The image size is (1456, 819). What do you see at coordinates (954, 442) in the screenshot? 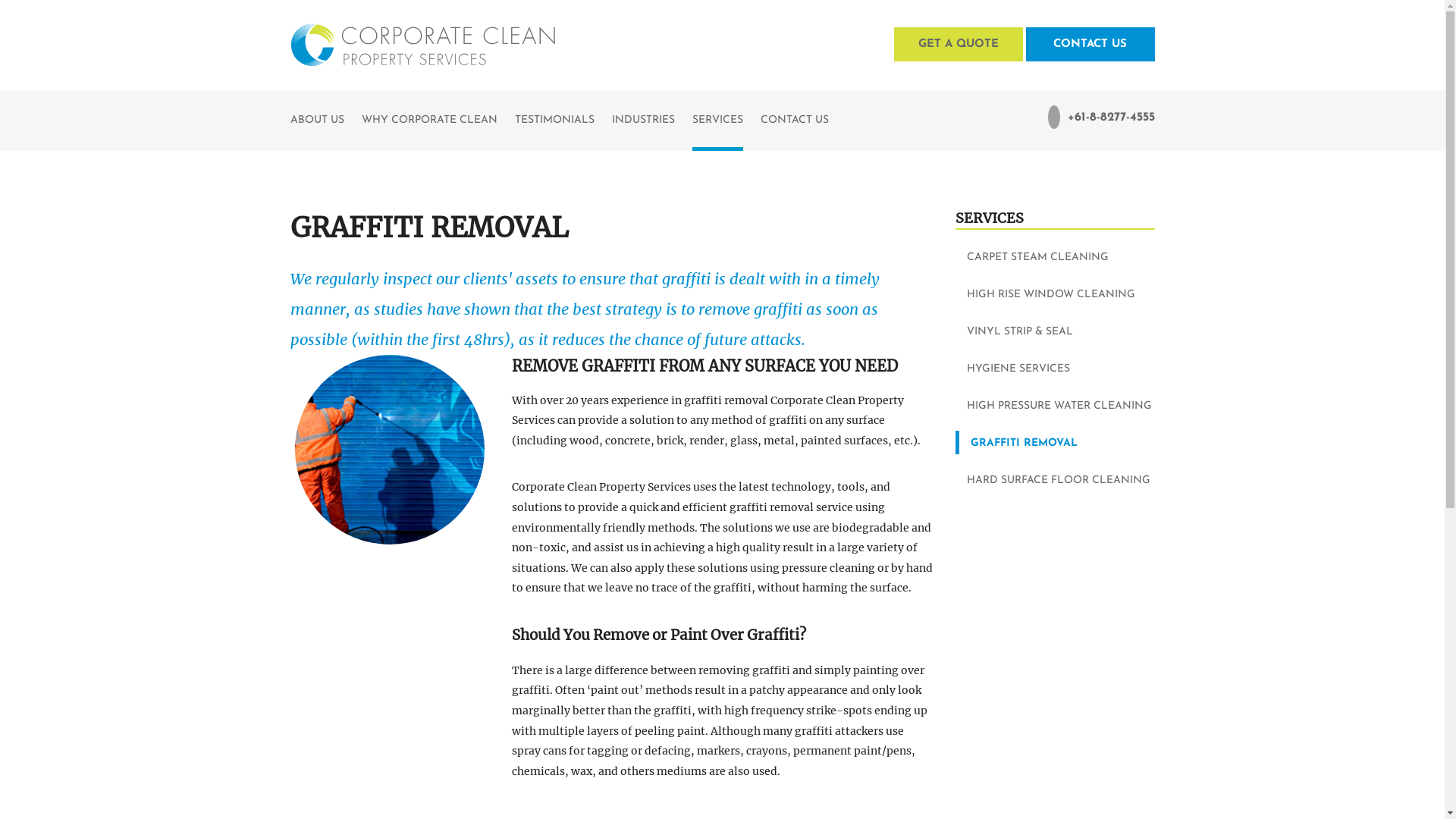
I see `'GRAFFITI REMOVAL'` at bounding box center [954, 442].